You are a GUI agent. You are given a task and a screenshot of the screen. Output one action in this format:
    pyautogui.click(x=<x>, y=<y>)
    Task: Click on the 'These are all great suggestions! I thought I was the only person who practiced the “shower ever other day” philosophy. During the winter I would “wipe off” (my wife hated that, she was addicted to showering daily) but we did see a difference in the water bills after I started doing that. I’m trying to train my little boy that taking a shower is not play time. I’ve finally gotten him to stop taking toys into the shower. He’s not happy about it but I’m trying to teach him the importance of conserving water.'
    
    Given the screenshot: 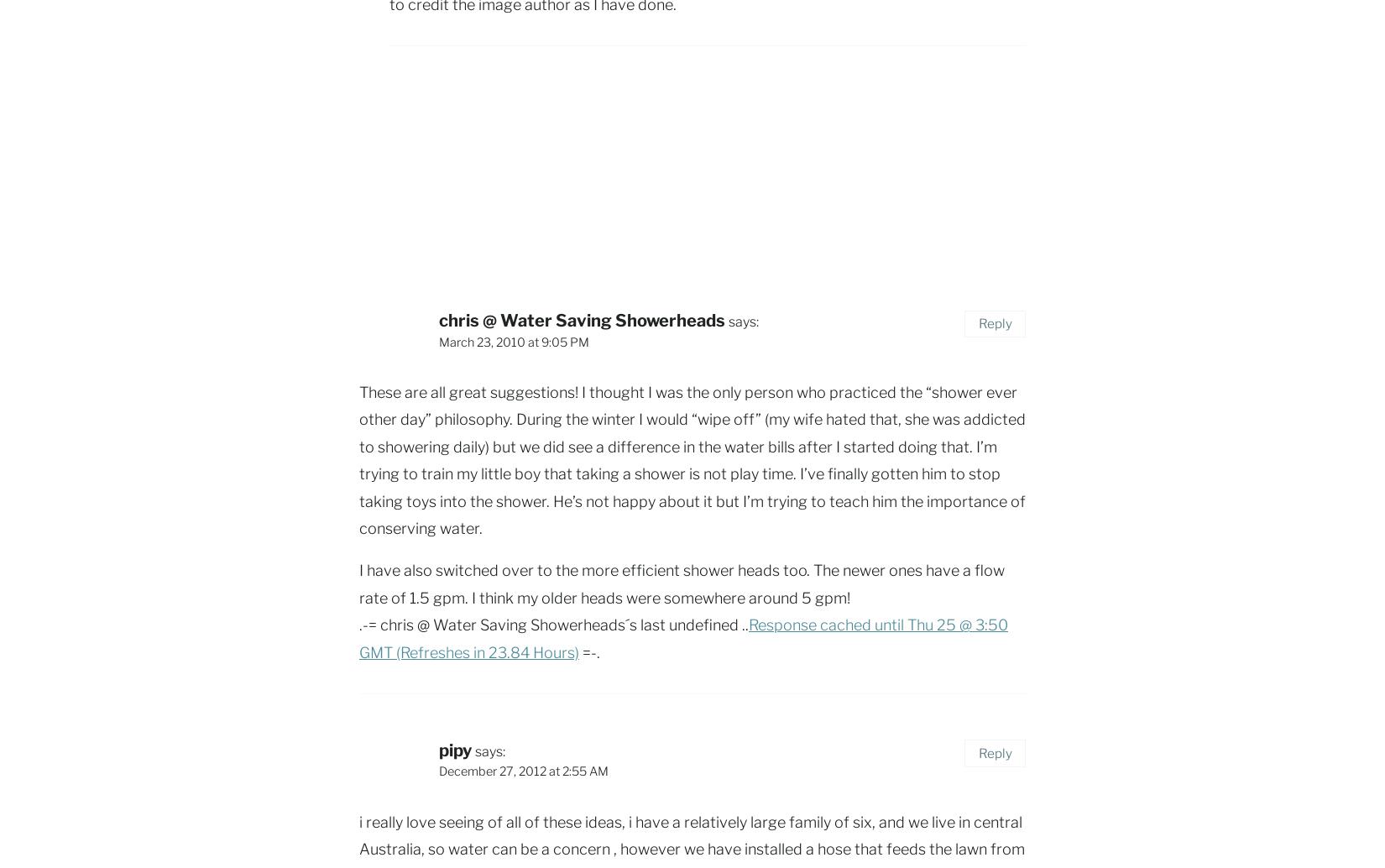 What is the action you would take?
    pyautogui.click(x=358, y=460)
    